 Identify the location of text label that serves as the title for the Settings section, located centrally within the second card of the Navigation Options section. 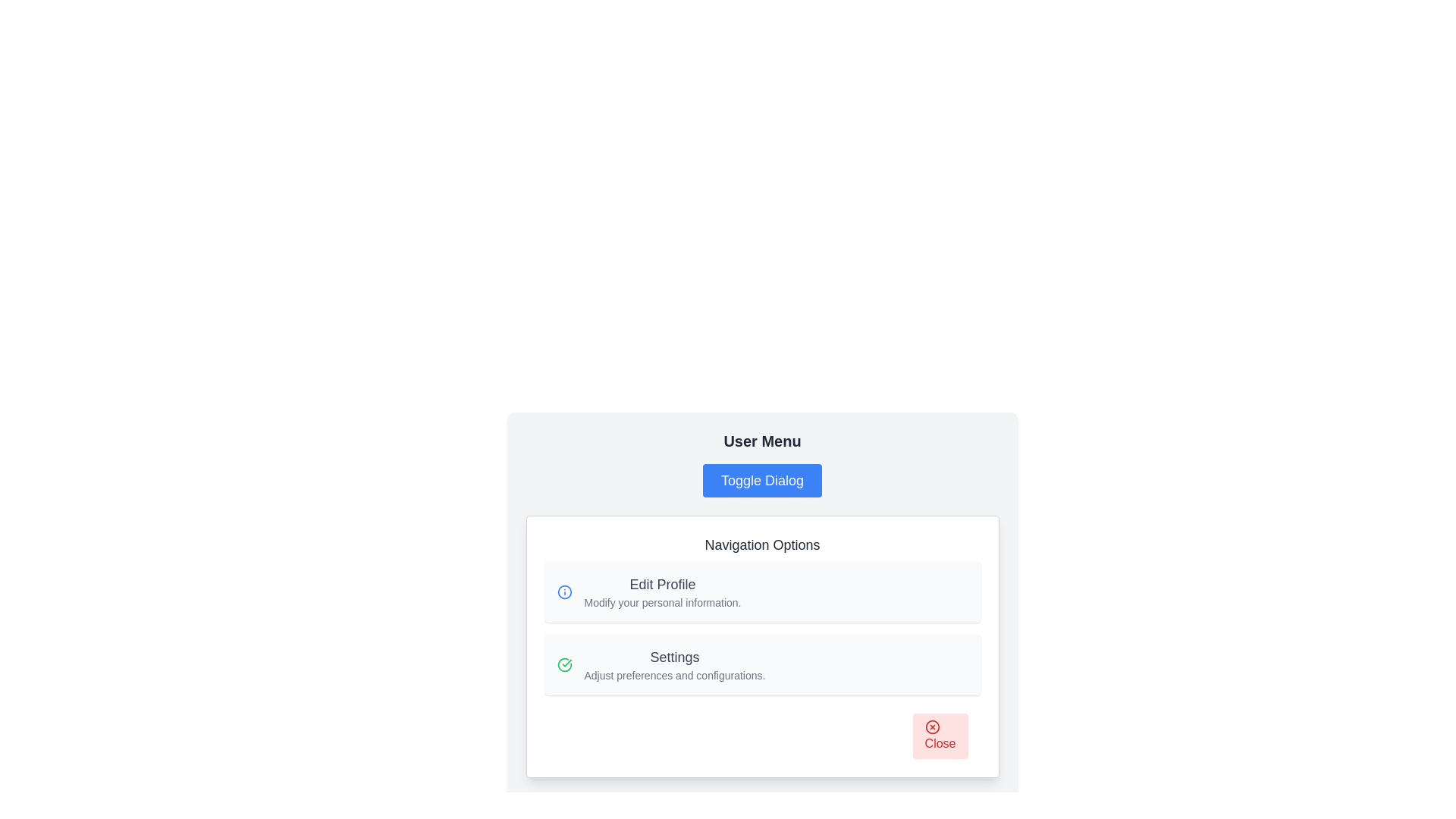
(673, 657).